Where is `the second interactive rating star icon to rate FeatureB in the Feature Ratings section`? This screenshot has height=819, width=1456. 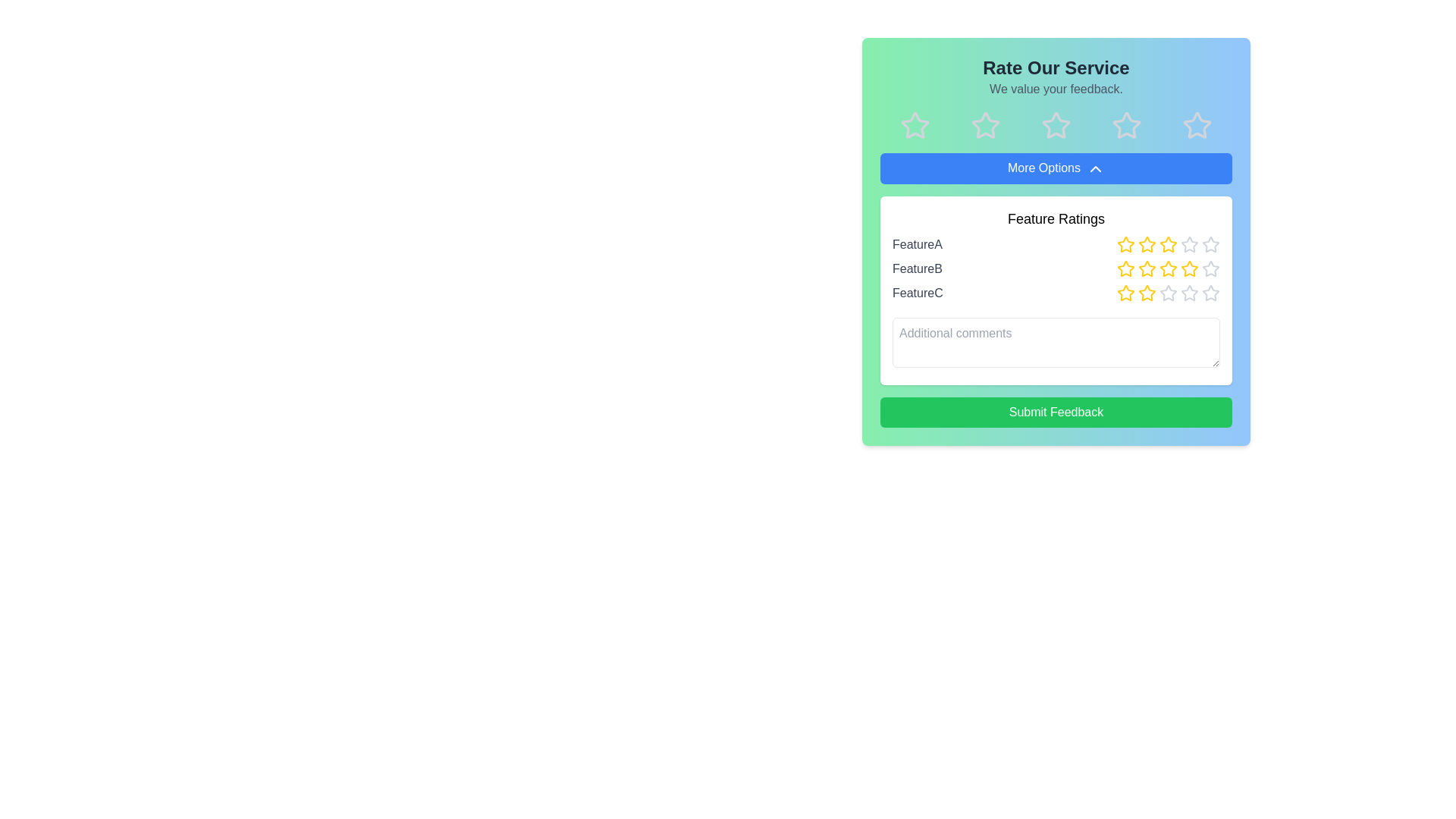
the second interactive rating star icon to rate FeatureB in the Feature Ratings section is located at coordinates (1125, 268).